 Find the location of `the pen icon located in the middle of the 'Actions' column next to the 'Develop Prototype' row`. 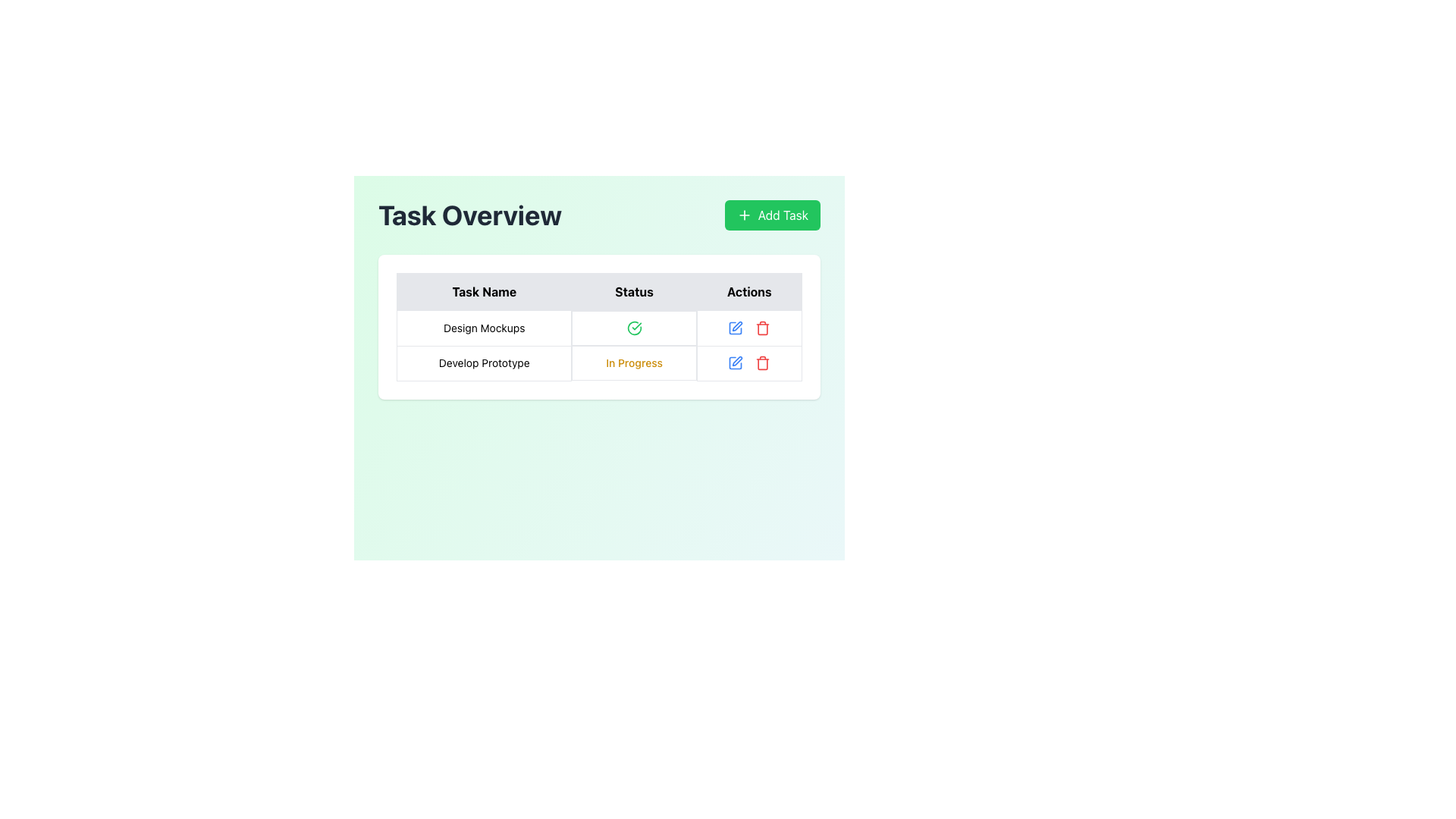

the pen icon located in the middle of the 'Actions' column next to the 'Develop Prototype' row is located at coordinates (737, 361).